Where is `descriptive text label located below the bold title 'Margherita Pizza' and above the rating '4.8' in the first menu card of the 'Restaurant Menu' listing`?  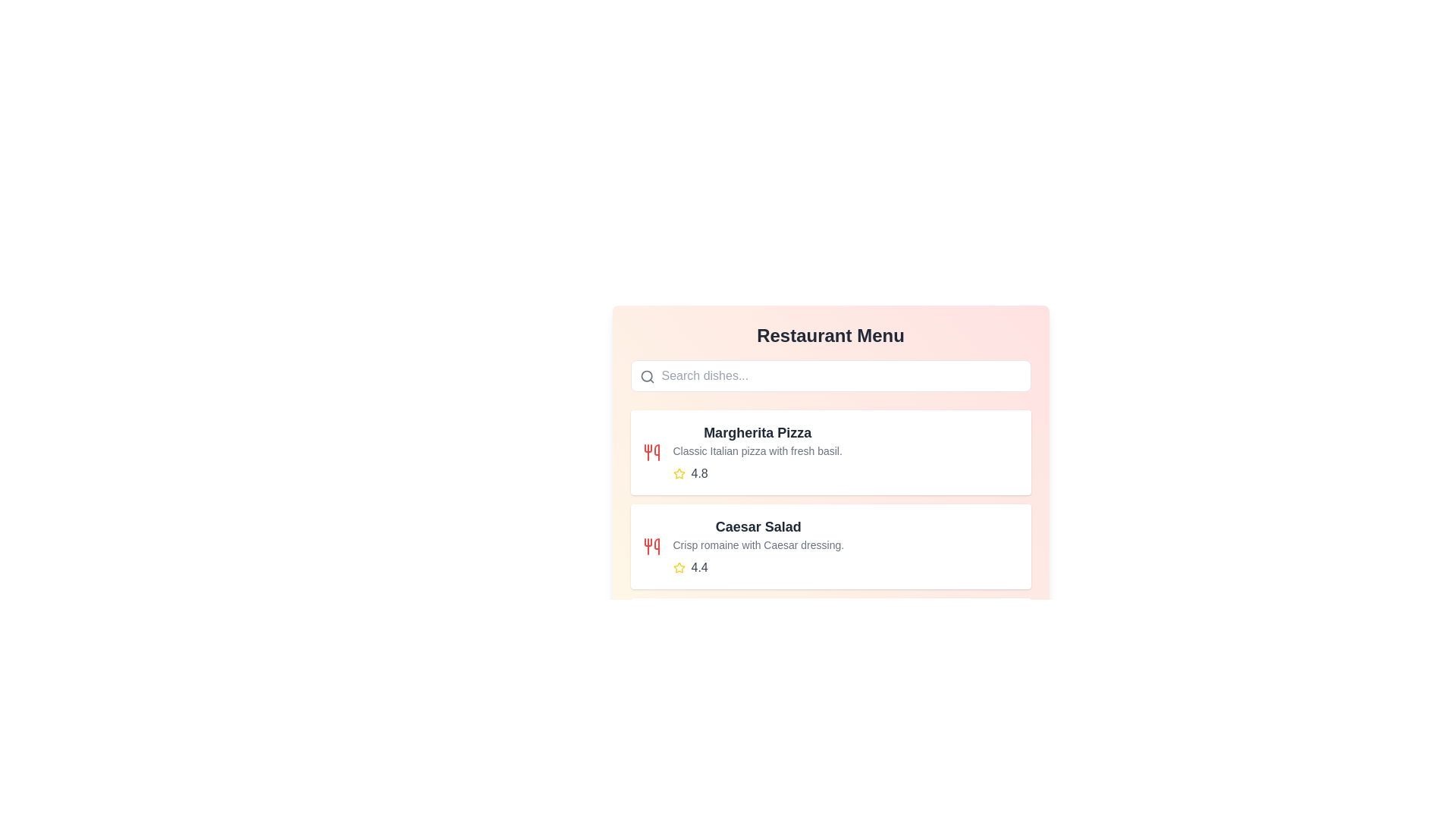 descriptive text label located below the bold title 'Margherita Pizza' and above the rating '4.8' in the first menu card of the 'Restaurant Menu' listing is located at coordinates (758, 450).